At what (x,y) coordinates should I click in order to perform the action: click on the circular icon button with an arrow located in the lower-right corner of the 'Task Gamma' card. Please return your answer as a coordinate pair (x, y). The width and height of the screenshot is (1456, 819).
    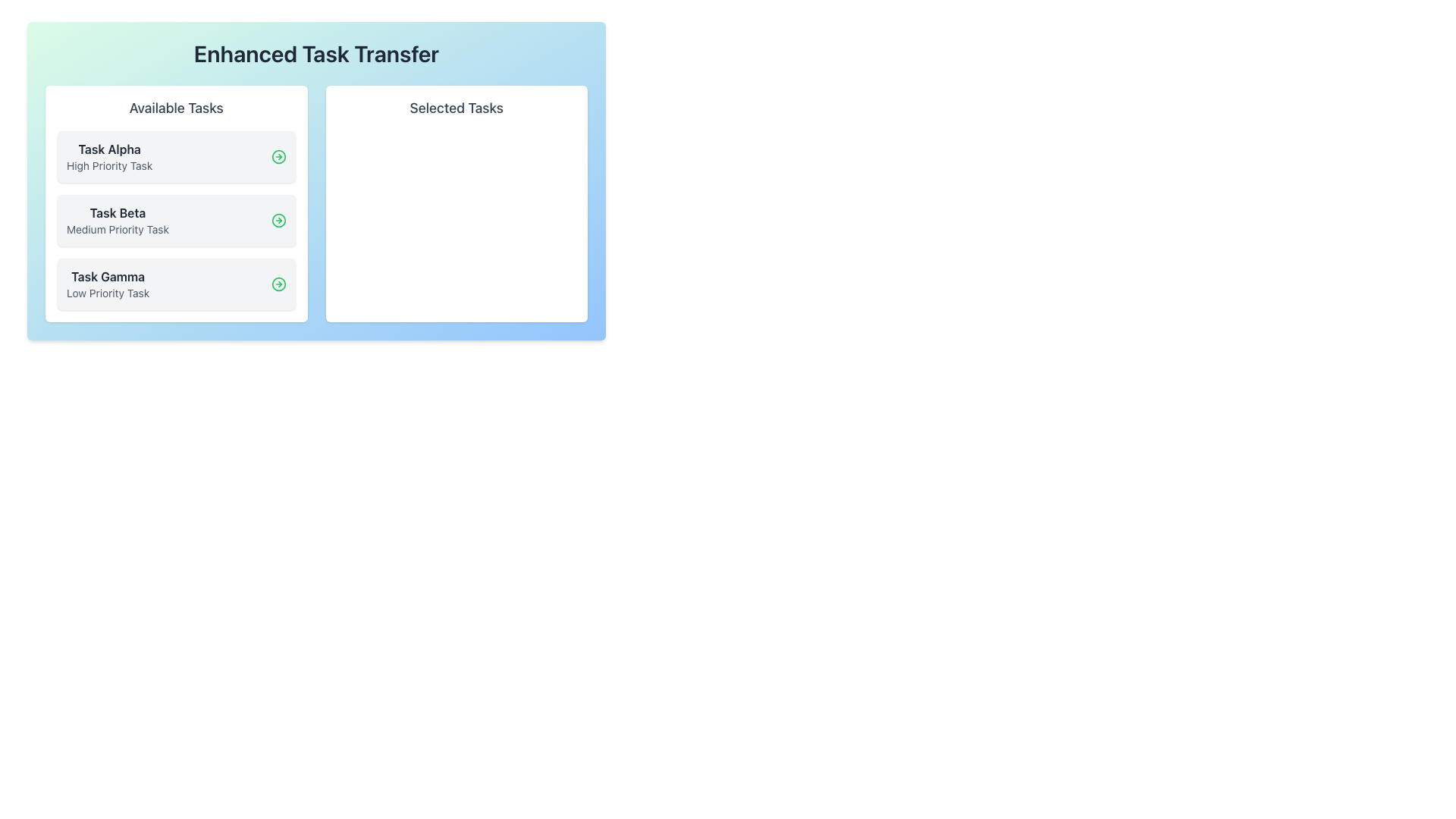
    Looking at the image, I should click on (278, 284).